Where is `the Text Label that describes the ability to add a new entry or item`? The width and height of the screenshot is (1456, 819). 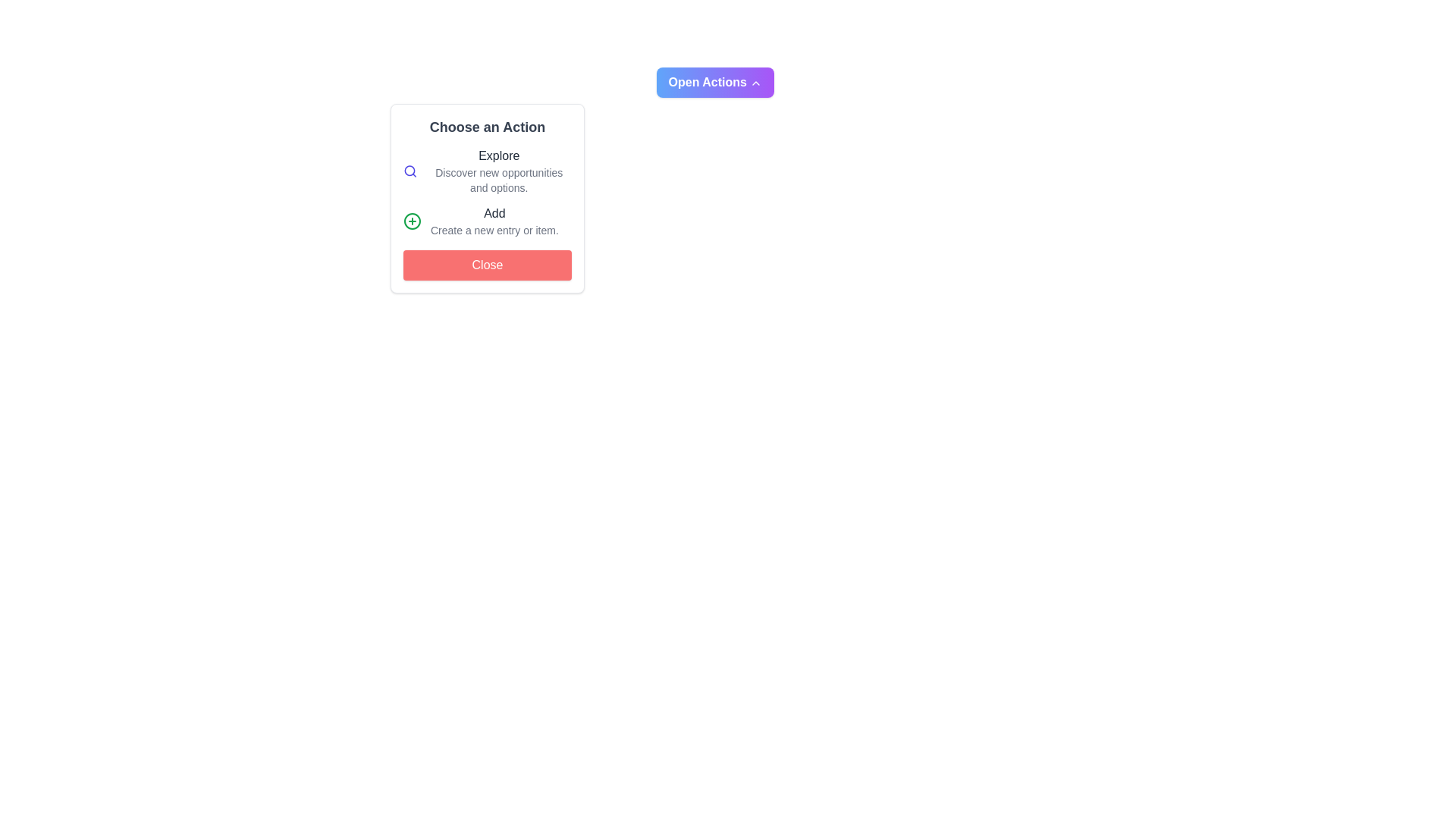
the Text Label that describes the ability to add a new entry or item is located at coordinates (494, 221).